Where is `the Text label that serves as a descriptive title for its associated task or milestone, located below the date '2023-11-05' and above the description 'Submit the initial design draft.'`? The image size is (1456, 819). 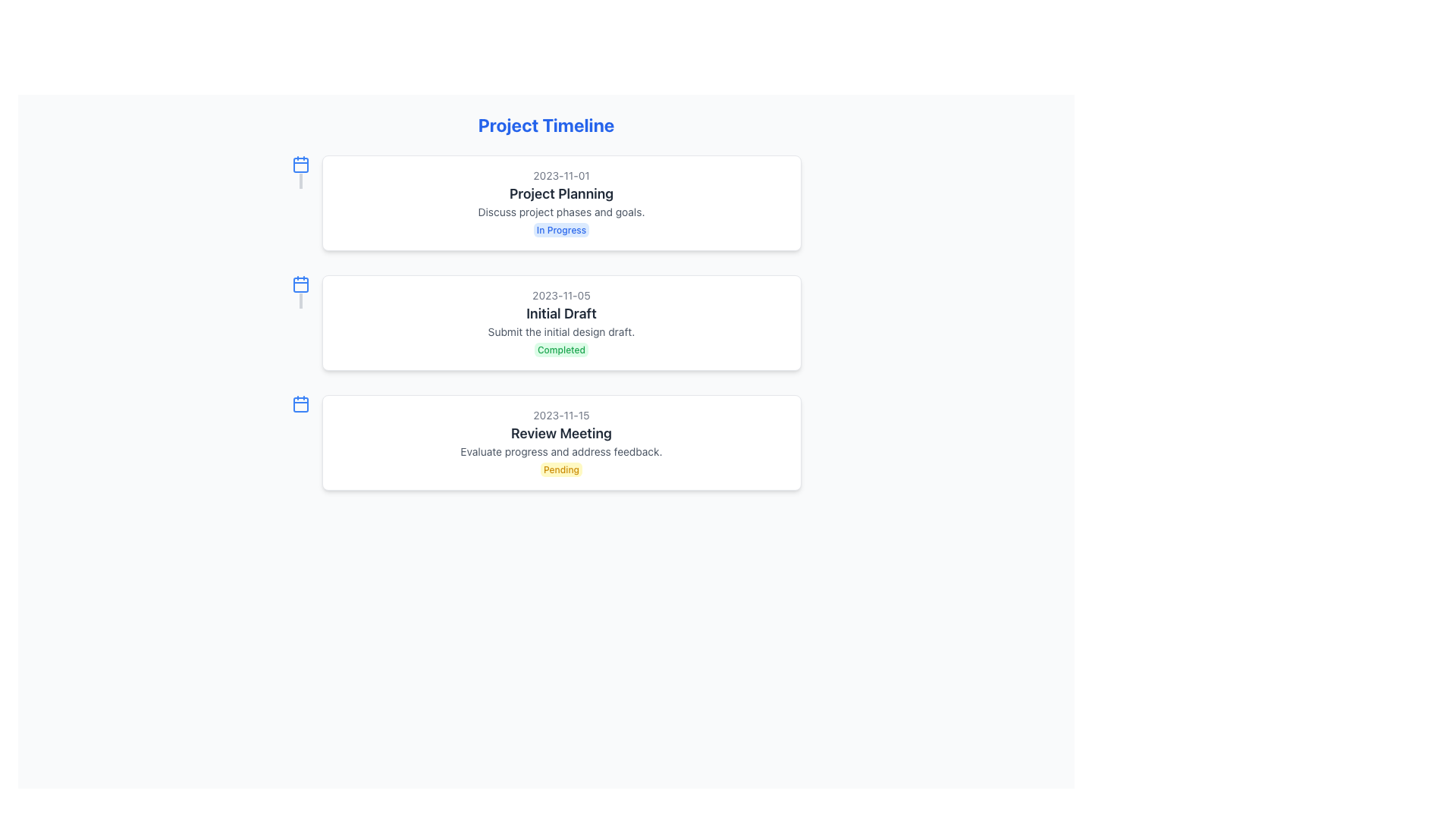
the Text label that serves as a descriptive title for its associated task or milestone, located below the date '2023-11-05' and above the description 'Submit the initial design draft.' is located at coordinates (560, 312).